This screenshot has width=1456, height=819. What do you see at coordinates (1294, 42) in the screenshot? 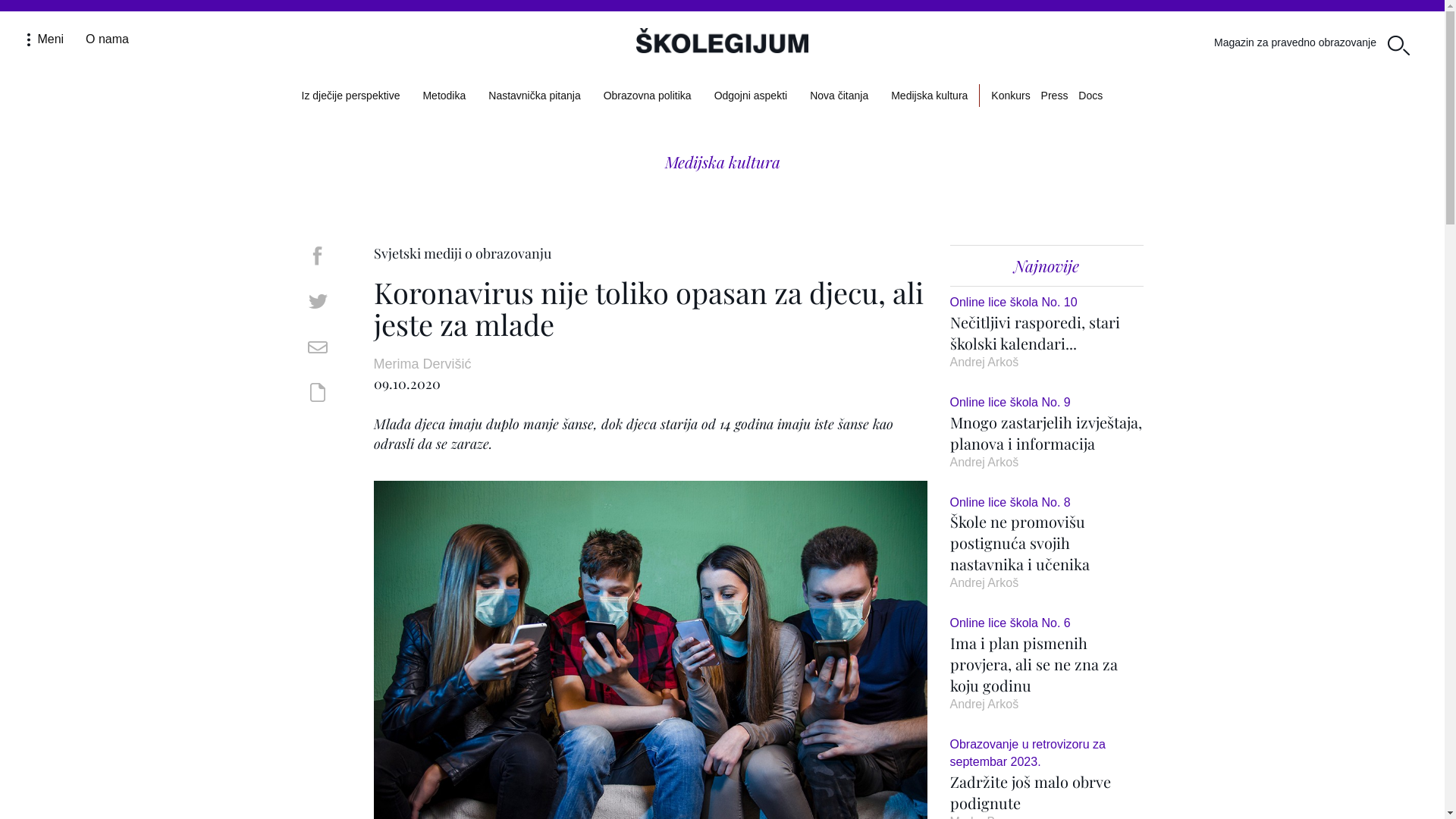
I see `'Magazin za pravedno obrazovanje'` at bounding box center [1294, 42].